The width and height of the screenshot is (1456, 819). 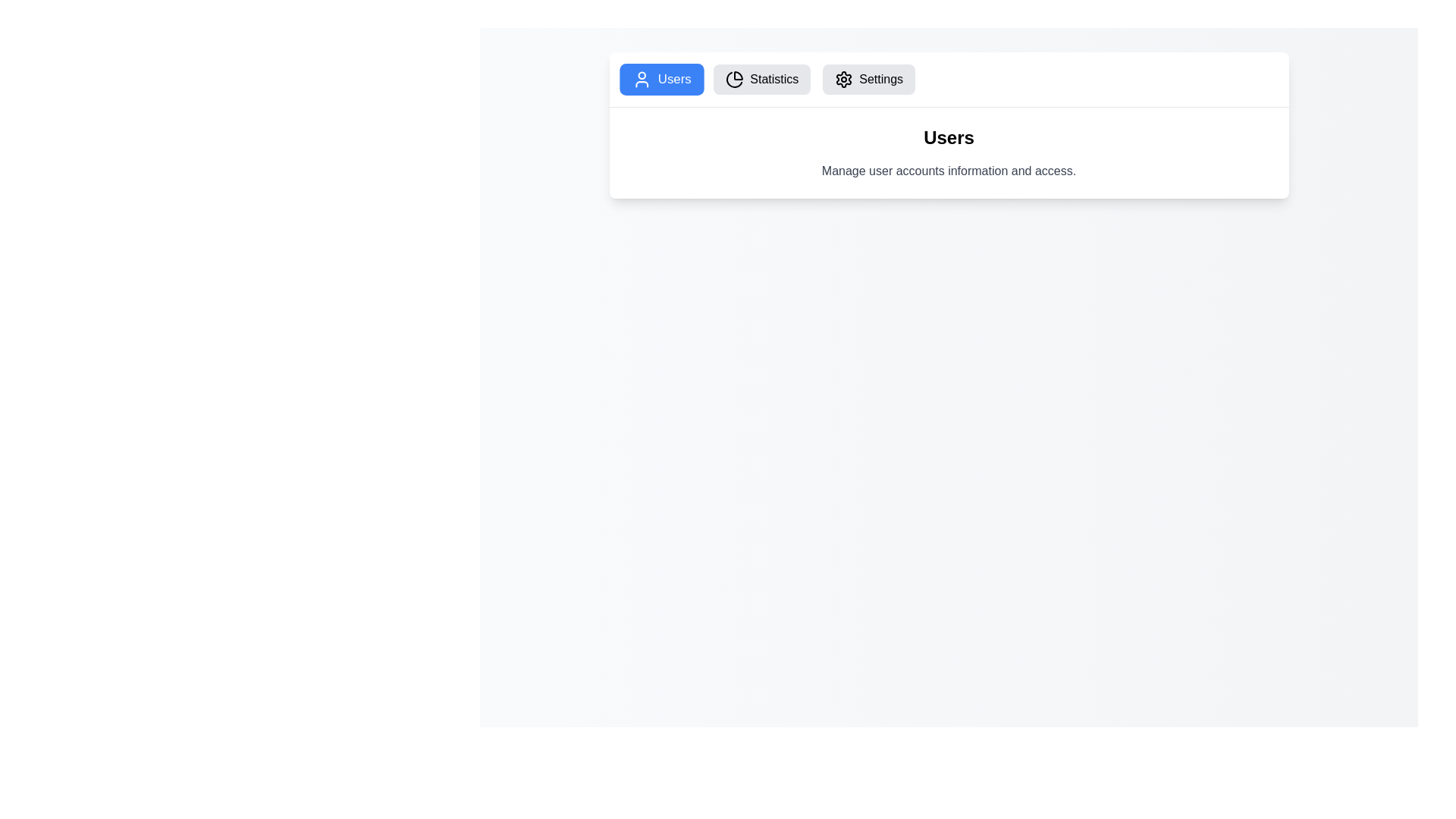 What do you see at coordinates (762, 79) in the screenshot?
I see `the navigation button located in the middle of the horizontal navigation bar, positioned between the 'Users' and 'Settings' buttons, by` at bounding box center [762, 79].